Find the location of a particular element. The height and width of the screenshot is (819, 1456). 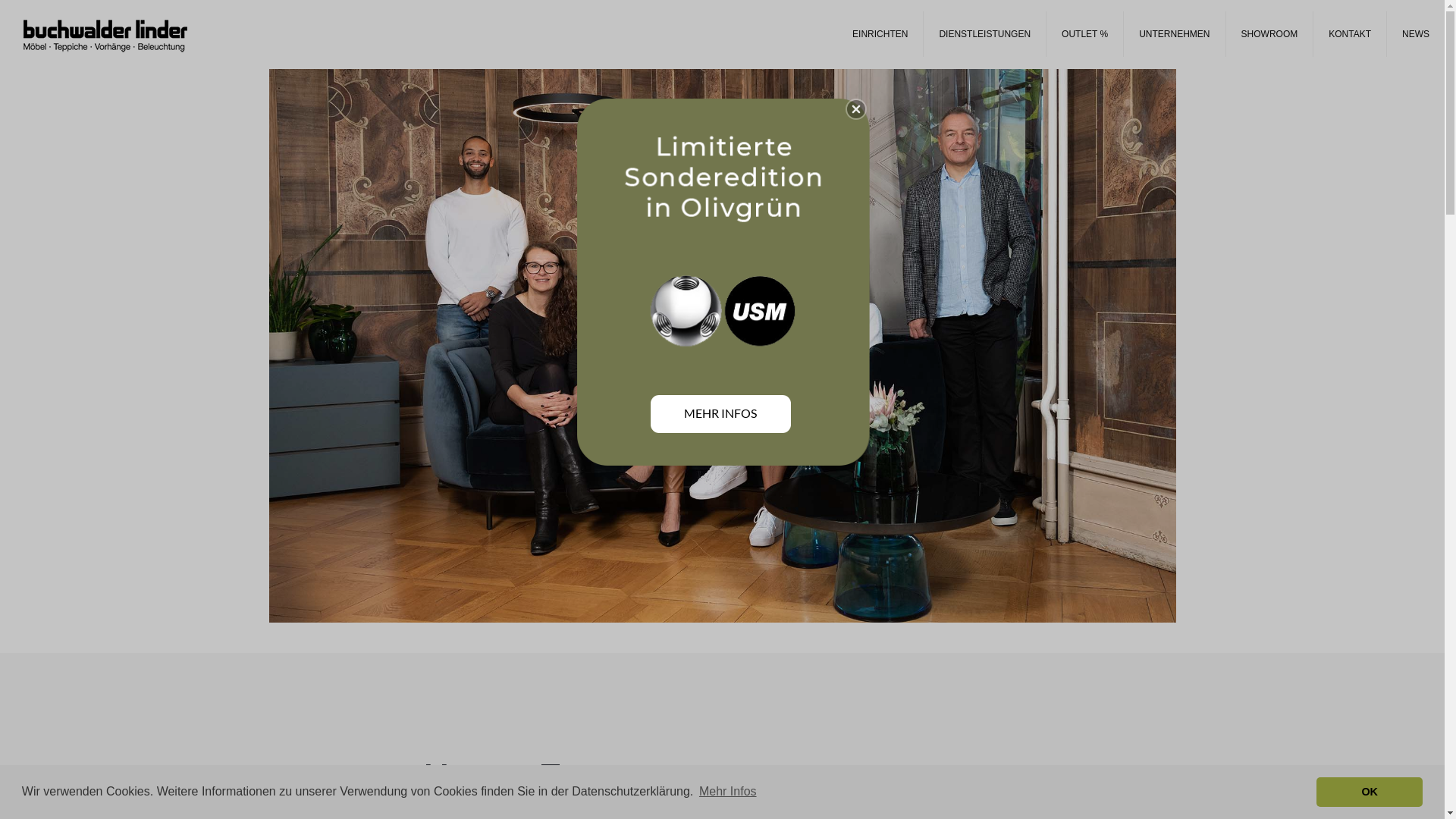

'DIENSTLEISTUNGEN' is located at coordinates (985, 34).